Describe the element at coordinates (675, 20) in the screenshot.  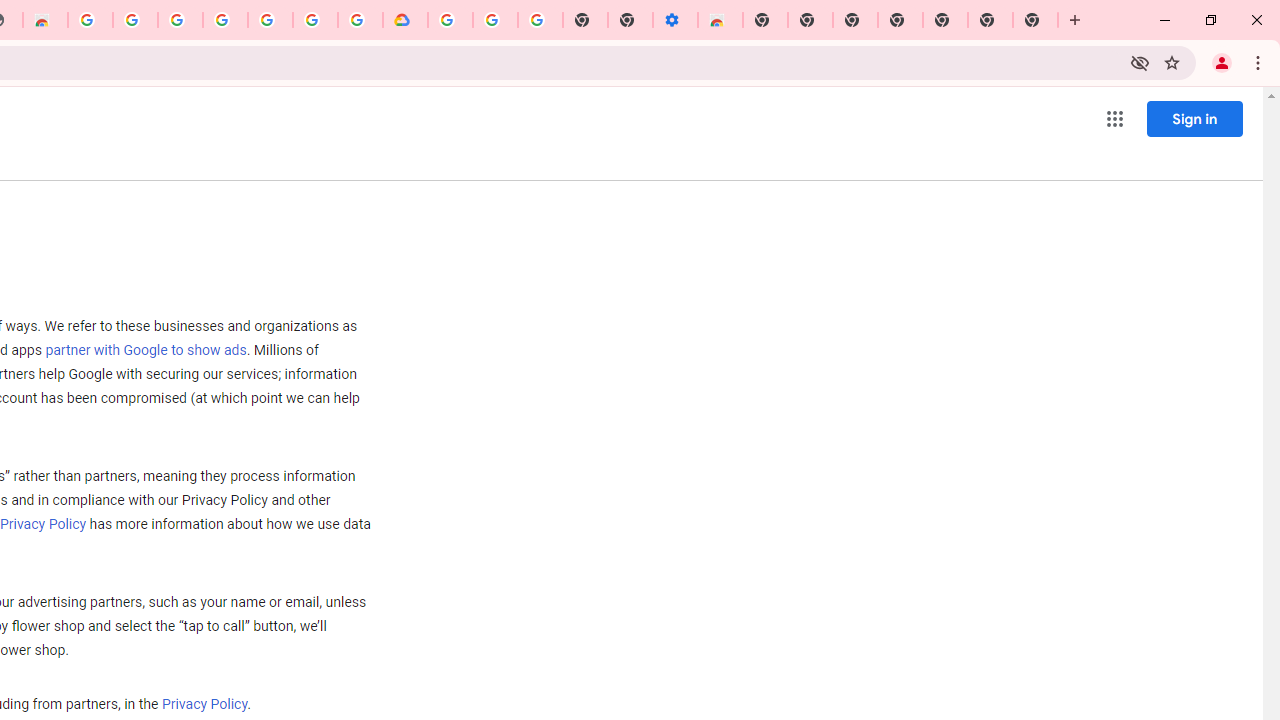
I see `'Settings - Accessibility'` at that location.